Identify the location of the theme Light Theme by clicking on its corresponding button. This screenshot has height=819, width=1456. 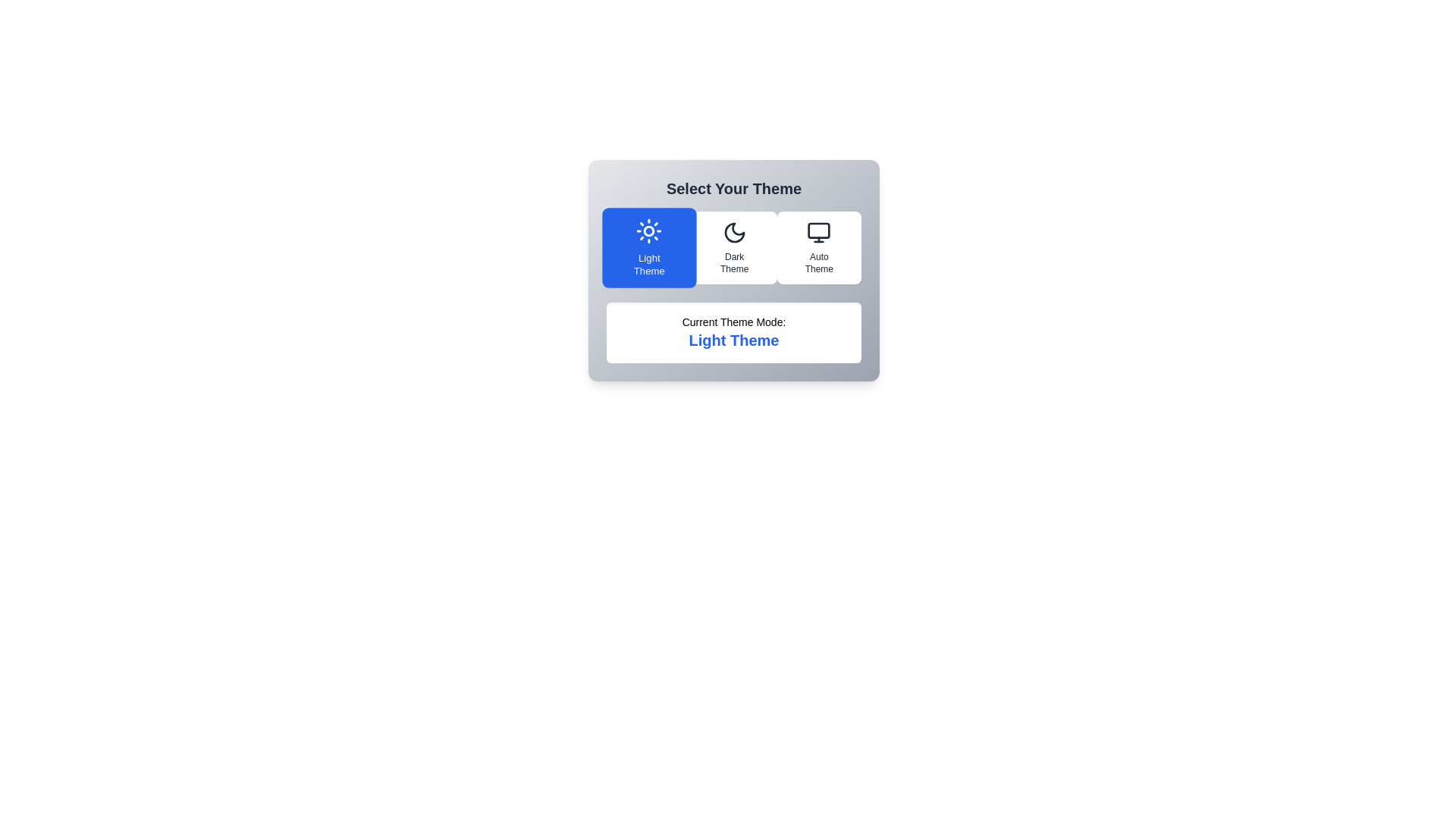
(648, 247).